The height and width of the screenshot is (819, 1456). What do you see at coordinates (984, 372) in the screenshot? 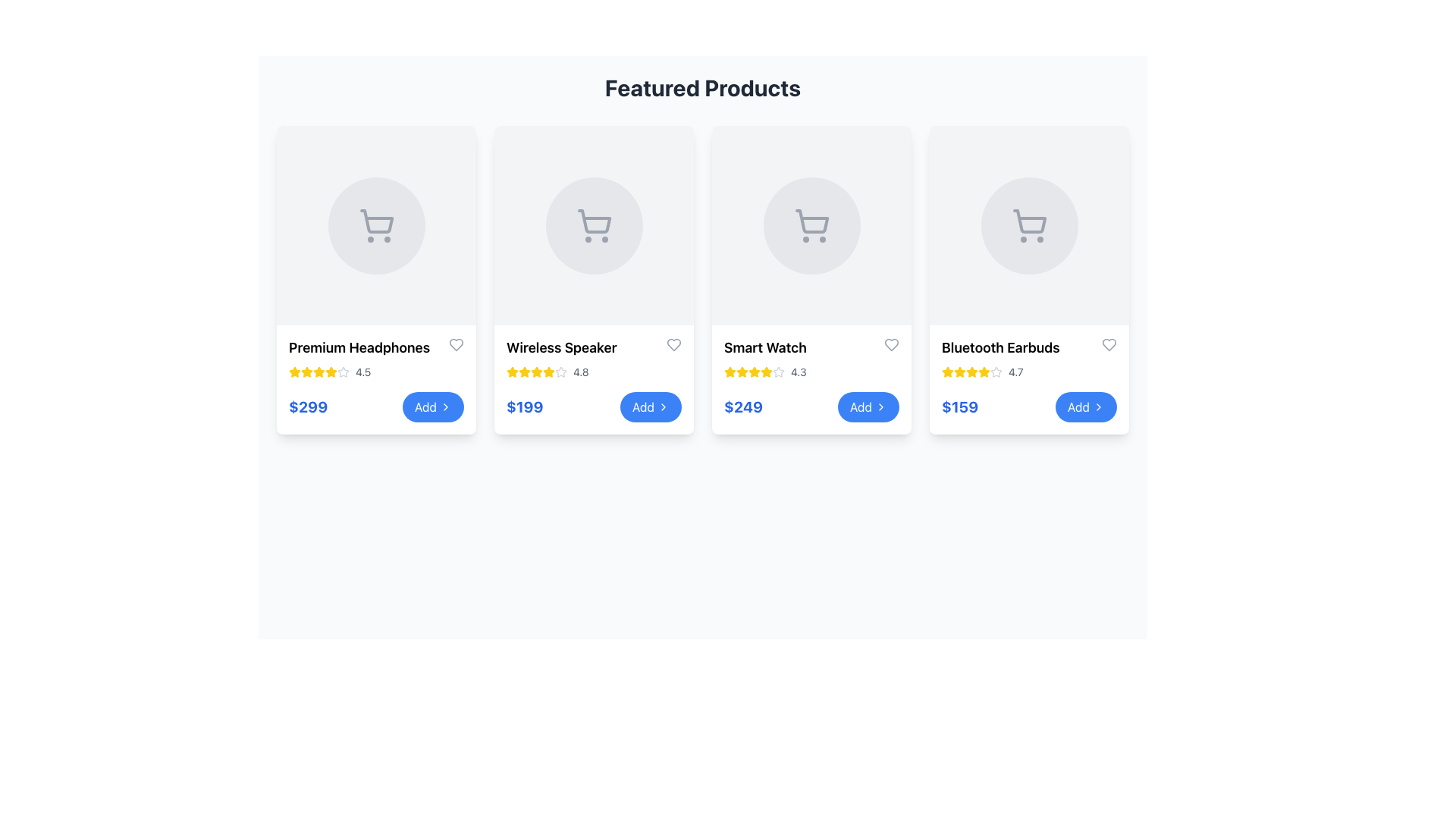
I see `the sixth star-shaped icon, which is a filled yellow star in the rating system for the product 'Bluetooth Earbuds' located in the fourth card of the 'Featured Products' layout` at bounding box center [984, 372].